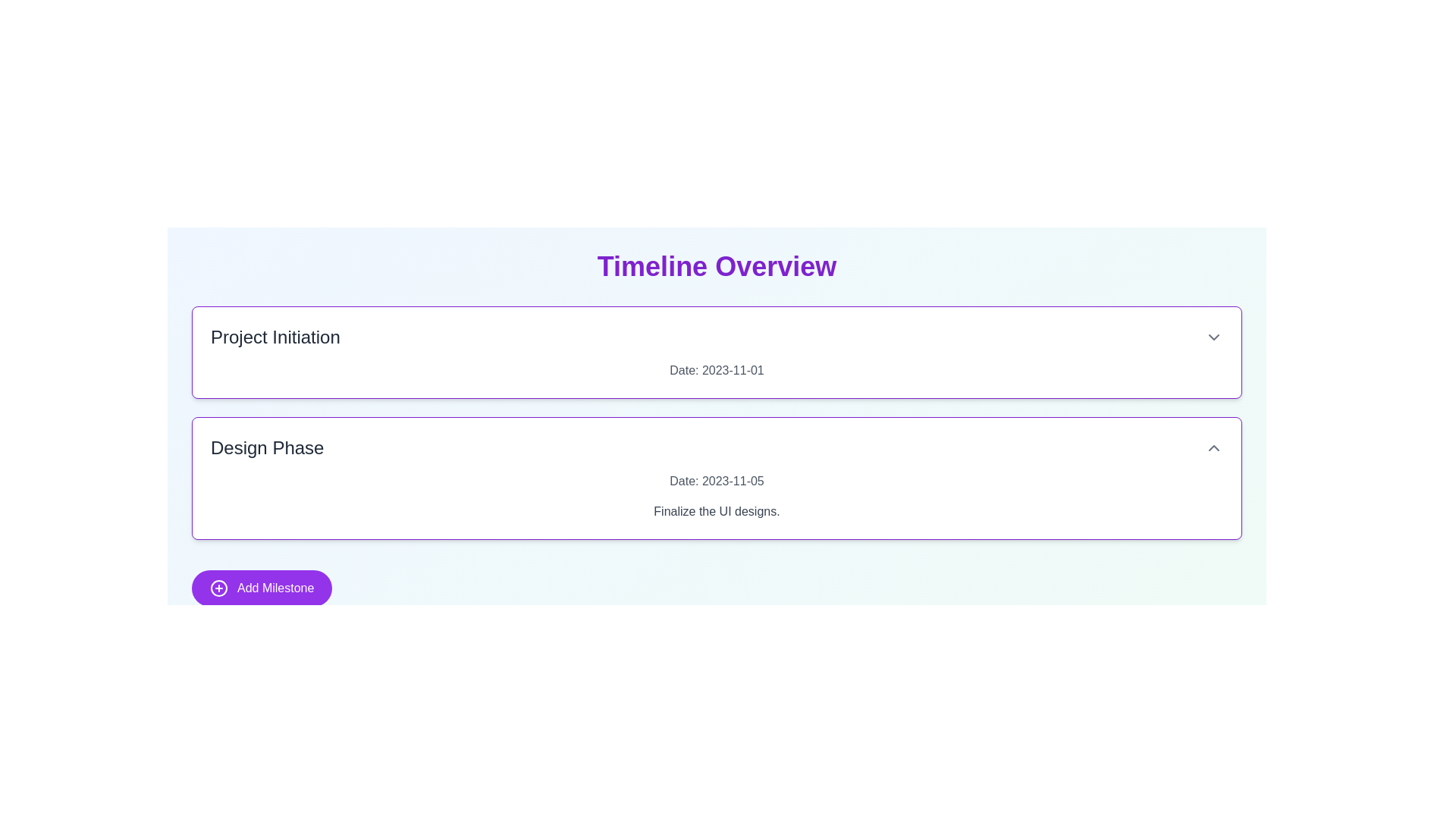 This screenshot has height=819, width=1456. What do you see at coordinates (1214, 447) in the screenshot?
I see `the icon button at the far-right end of the 'Design Phase' card title bar` at bounding box center [1214, 447].